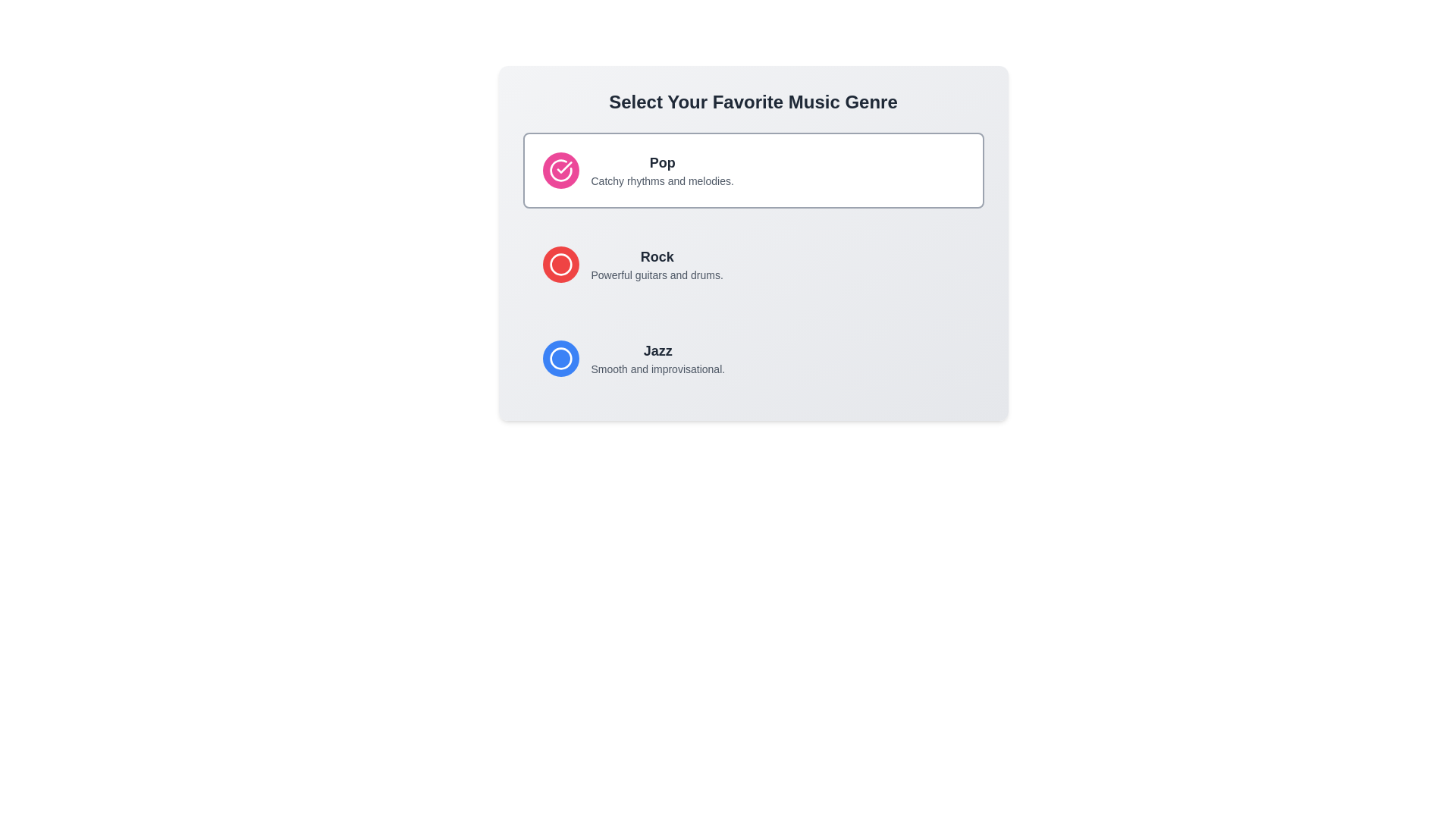  What do you see at coordinates (560, 359) in the screenshot?
I see `the third circular icon representing the Jazz genre` at bounding box center [560, 359].